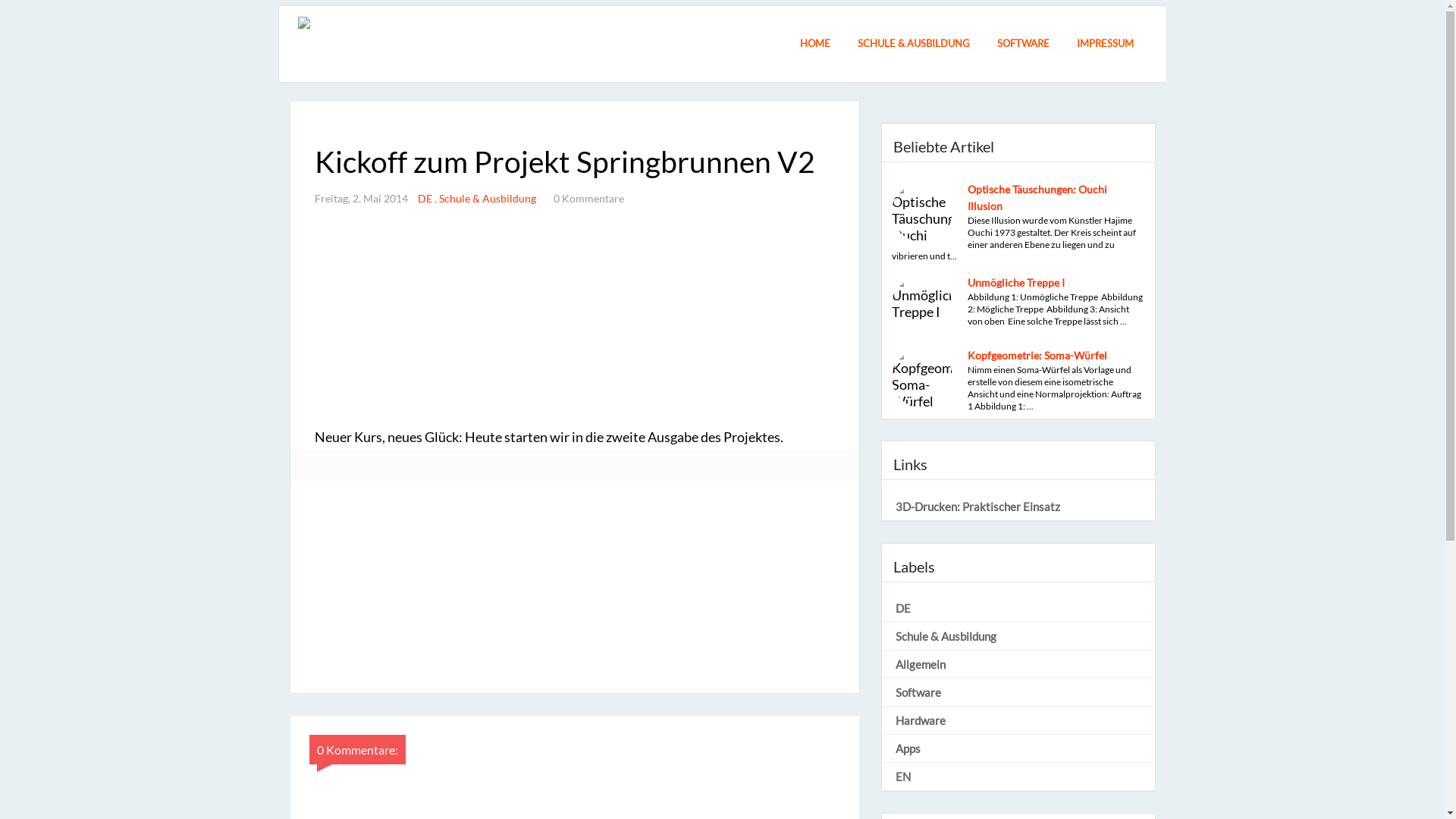  Describe the element at coordinates (912, 45) in the screenshot. I see `'SCHULE & AUSBILDUNG'` at that location.